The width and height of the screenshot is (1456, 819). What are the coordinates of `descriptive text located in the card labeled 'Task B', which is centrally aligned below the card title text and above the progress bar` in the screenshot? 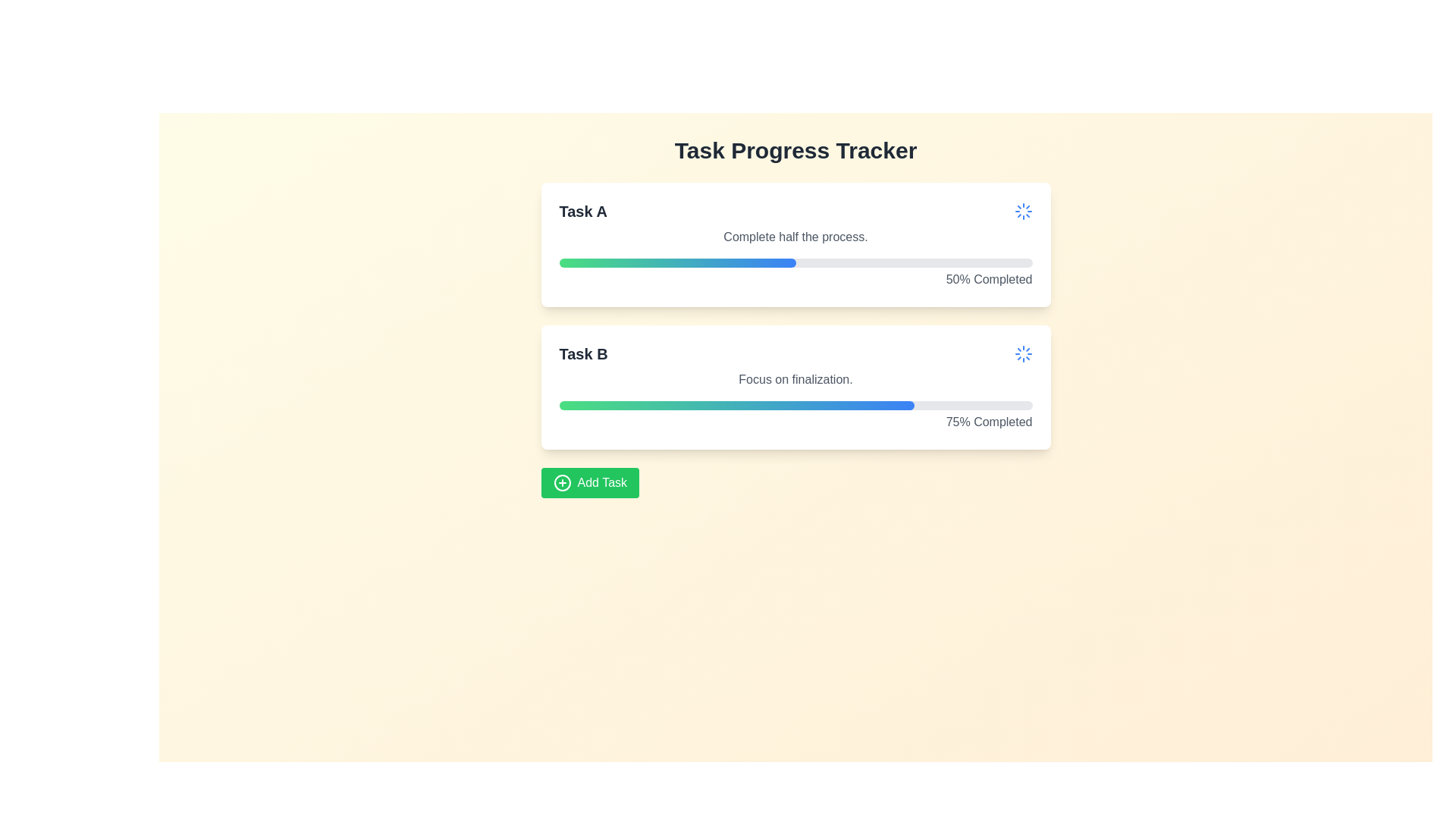 It's located at (795, 379).